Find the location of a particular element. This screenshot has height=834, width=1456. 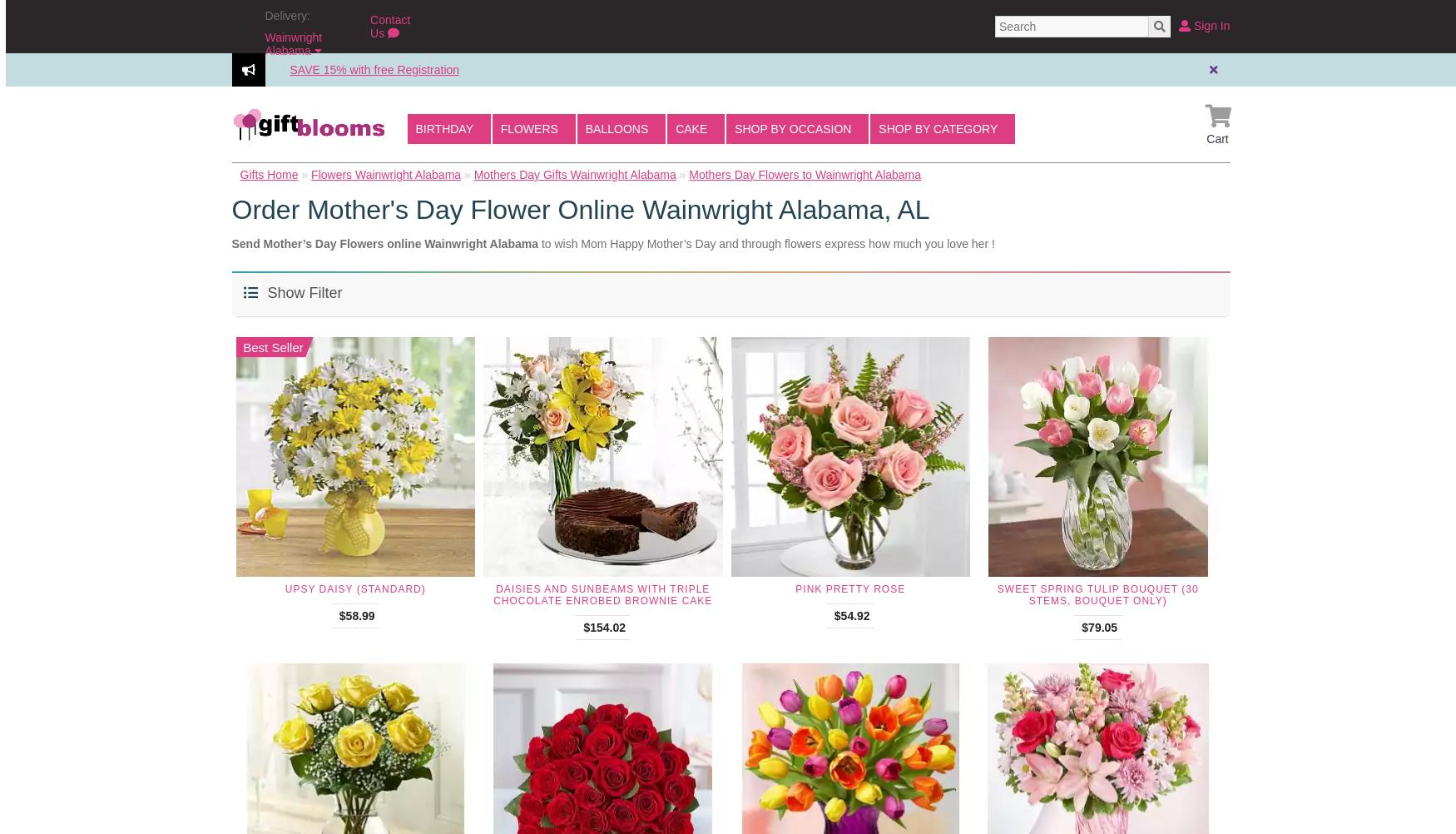

'Shop by Category' is located at coordinates (938, 127).